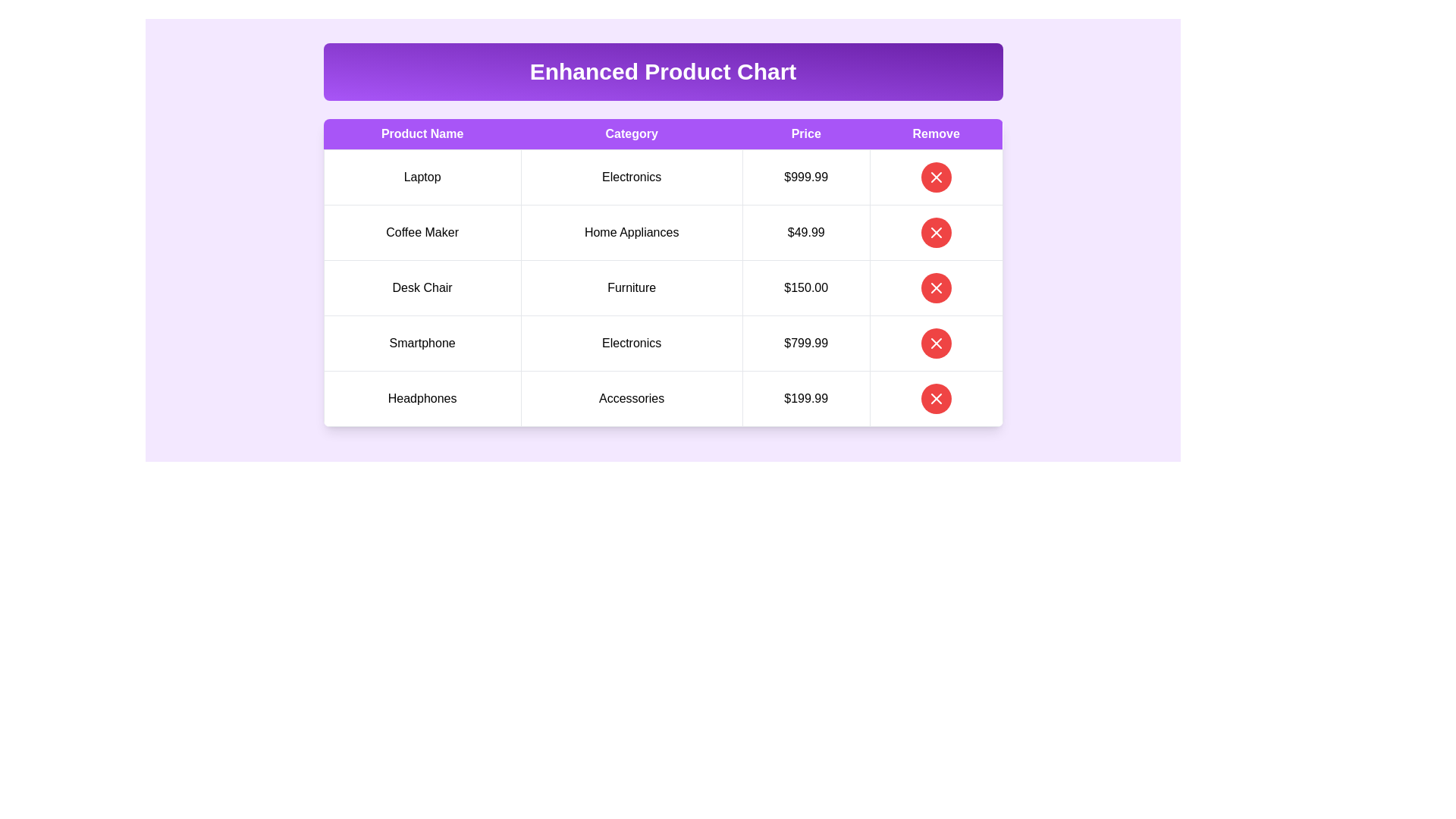  What do you see at coordinates (935, 397) in the screenshot?
I see `the remove button in the last column of the fifth row of the table, which is aligned with the 'Headphones' product details, to observe visual feedback` at bounding box center [935, 397].